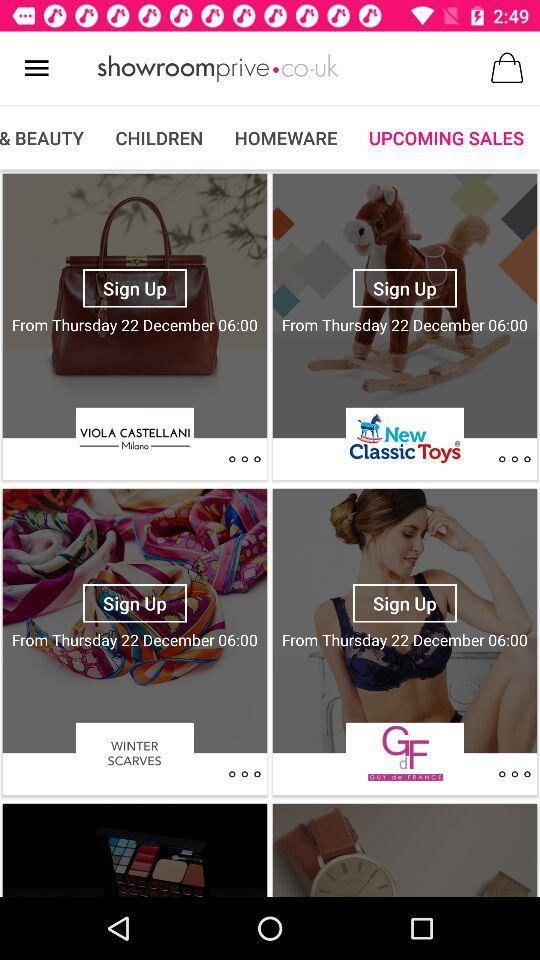 The height and width of the screenshot is (960, 540). I want to click on the second image which is on the bottom of the page, so click(405, 847).